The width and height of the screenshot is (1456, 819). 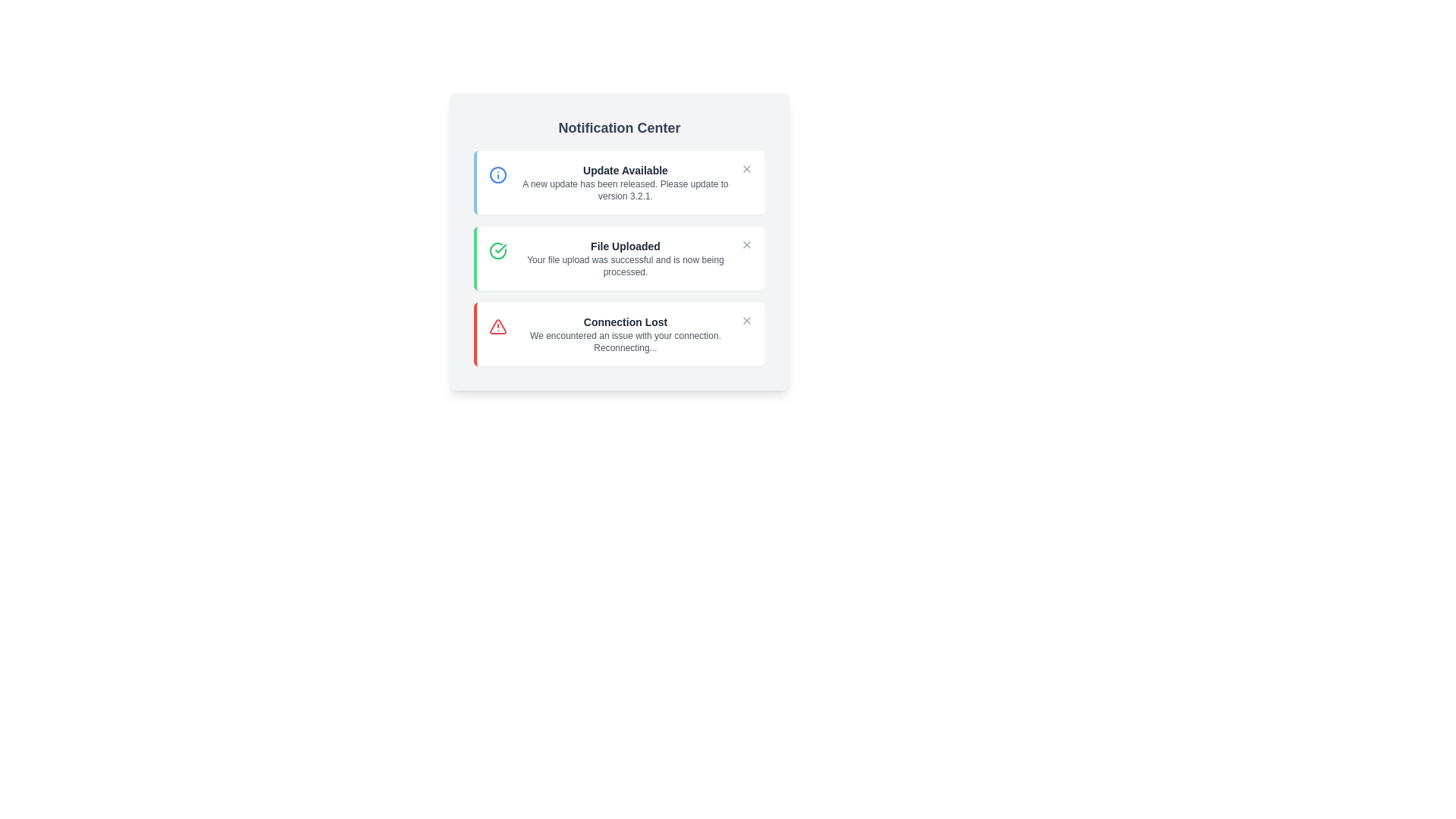 What do you see at coordinates (619, 257) in the screenshot?
I see `the notification card indicating the successful upload of a file, which is the second notification in the list, situated between 'Update Available' and 'Connection Lost'` at bounding box center [619, 257].